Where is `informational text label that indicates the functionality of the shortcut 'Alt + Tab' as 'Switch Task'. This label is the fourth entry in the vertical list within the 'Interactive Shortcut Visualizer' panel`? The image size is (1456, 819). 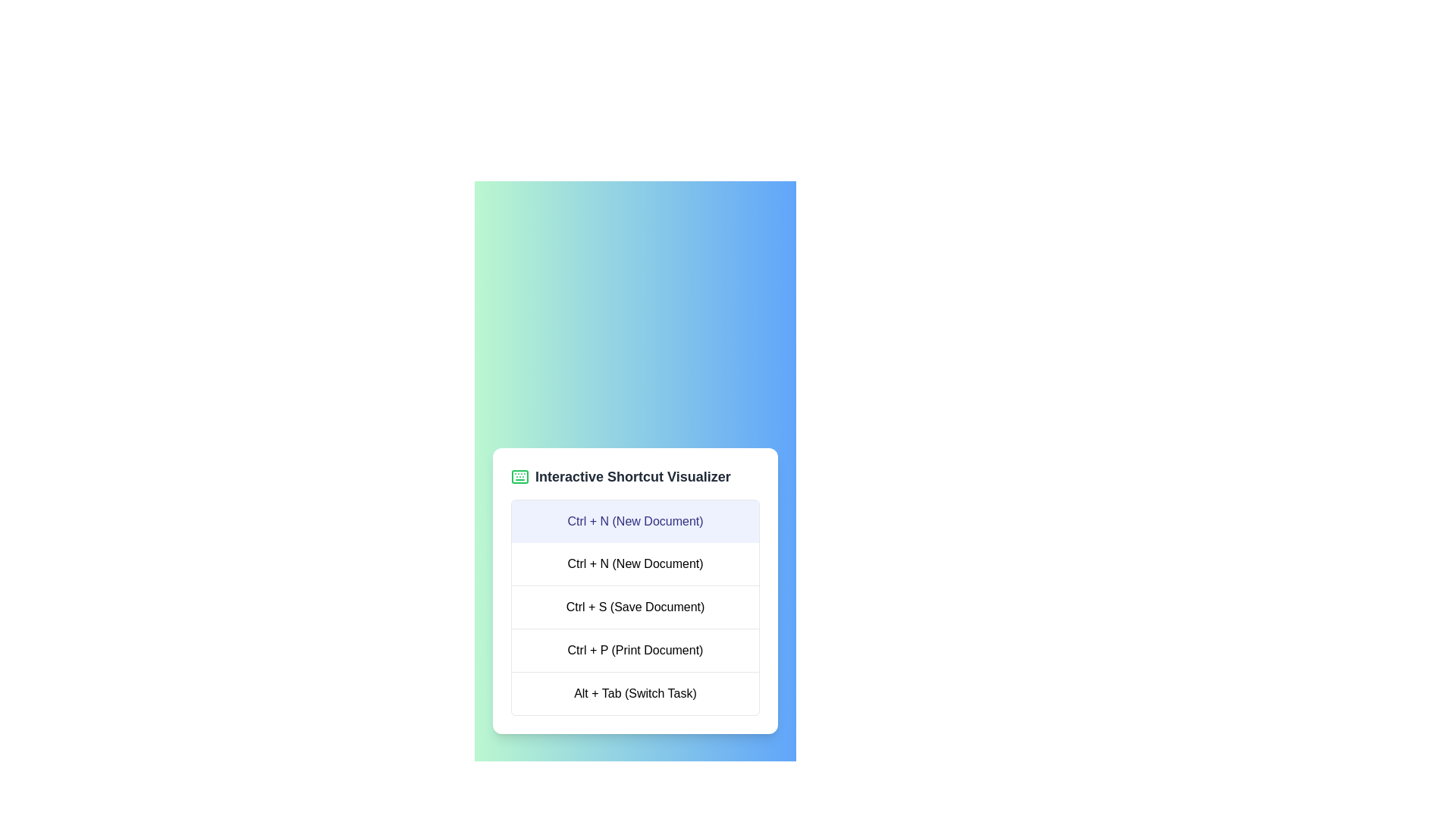 informational text label that indicates the functionality of the shortcut 'Alt + Tab' as 'Switch Task'. This label is the fourth entry in the vertical list within the 'Interactive Shortcut Visualizer' panel is located at coordinates (635, 693).